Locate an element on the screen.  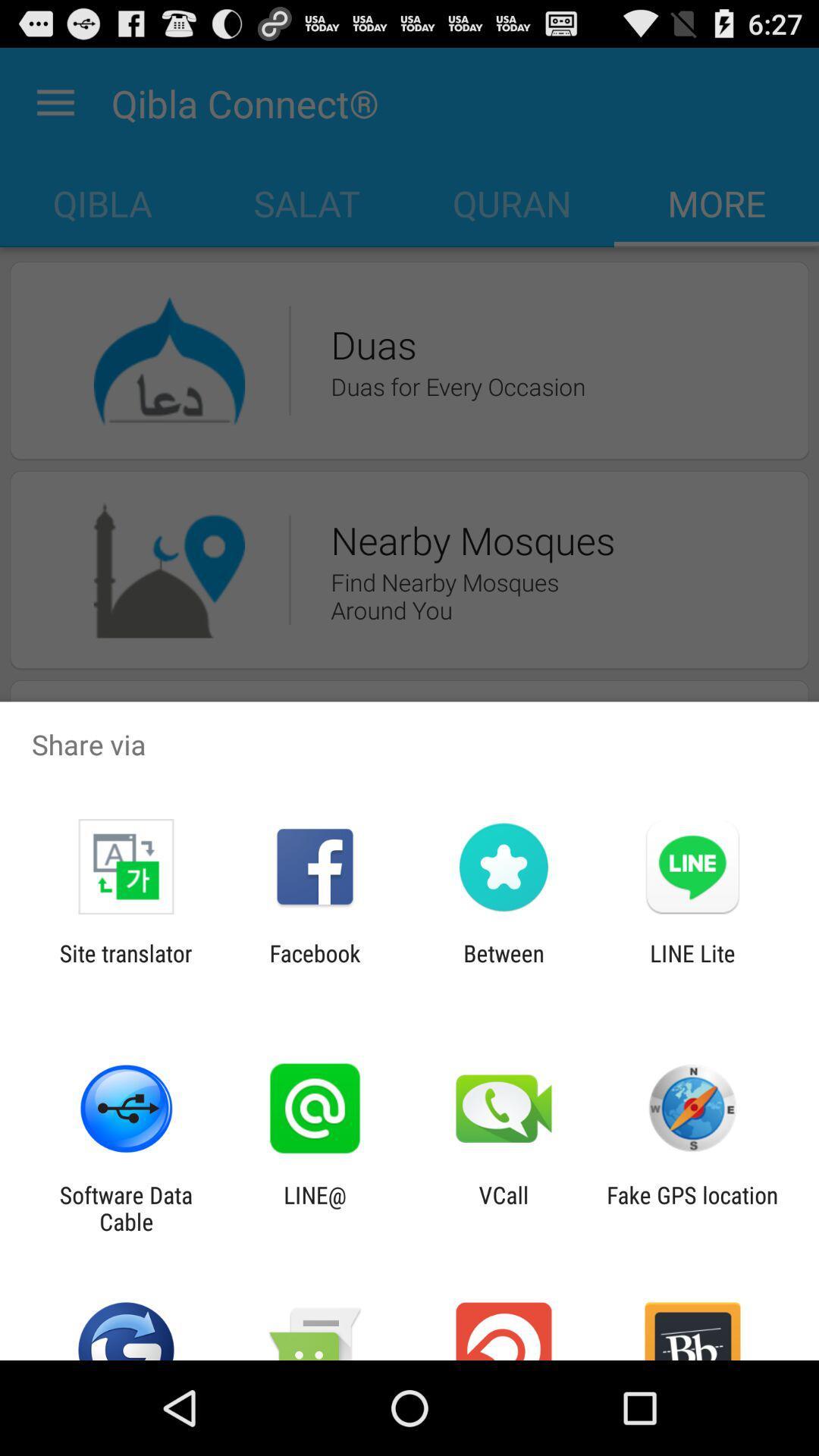
site translator is located at coordinates (125, 966).